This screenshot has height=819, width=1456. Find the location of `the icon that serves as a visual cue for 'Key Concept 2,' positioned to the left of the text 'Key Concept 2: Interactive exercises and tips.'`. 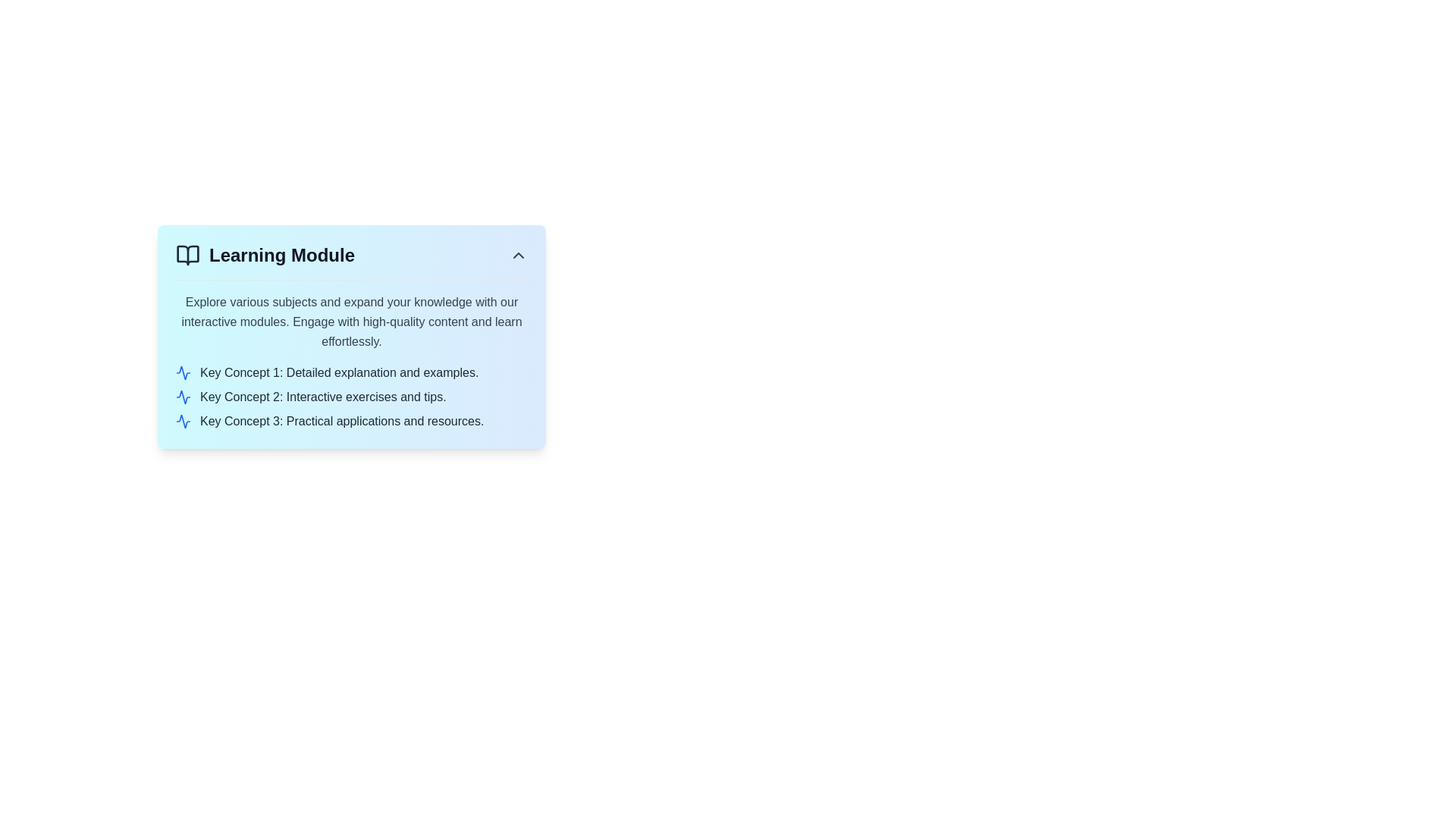

the icon that serves as a visual cue for 'Key Concept 2,' positioned to the left of the text 'Key Concept 2: Interactive exercises and tips.' is located at coordinates (182, 397).